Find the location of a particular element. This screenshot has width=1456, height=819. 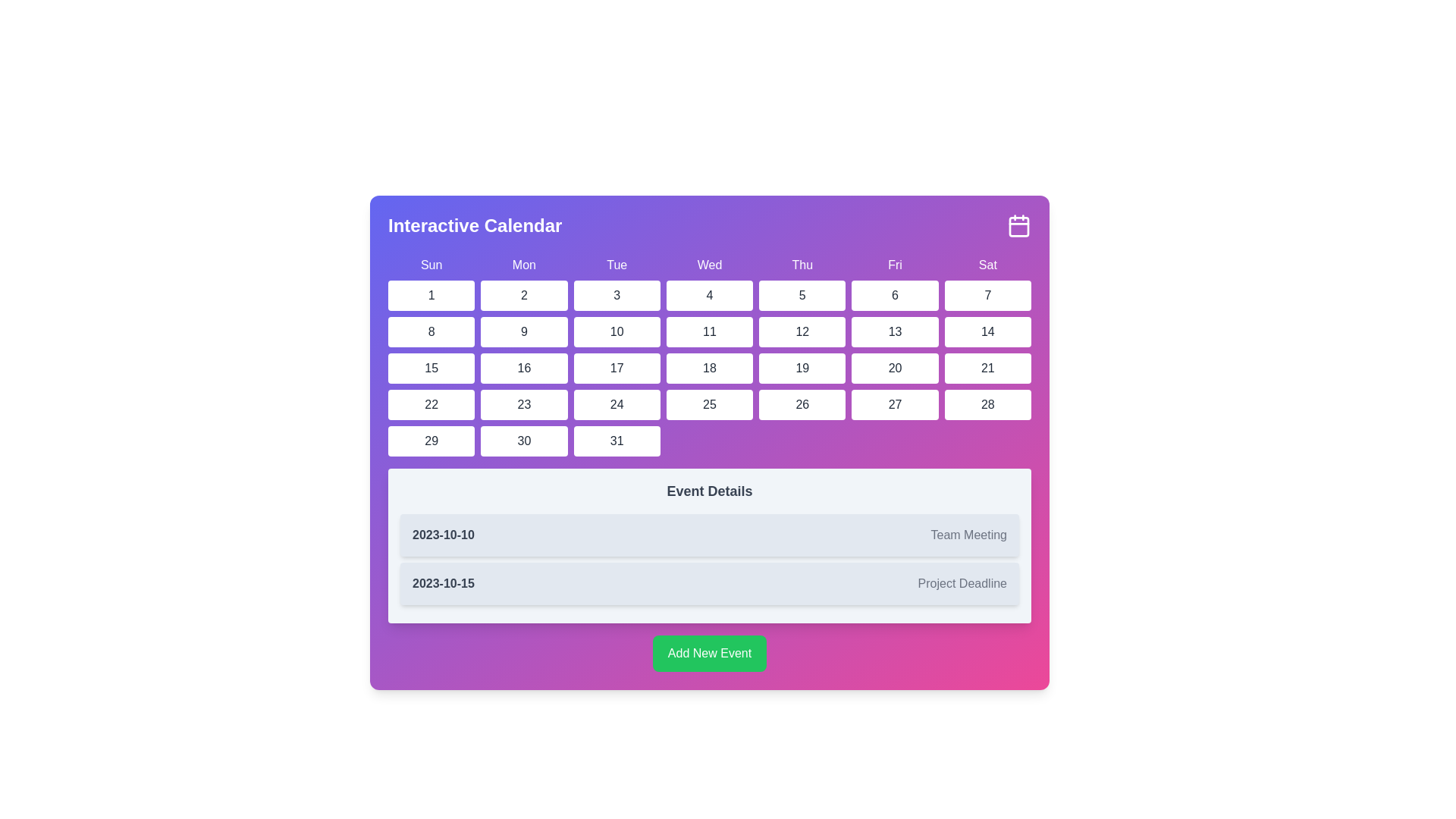

the selectable day button in the interactive calendar interface is located at coordinates (709, 331).